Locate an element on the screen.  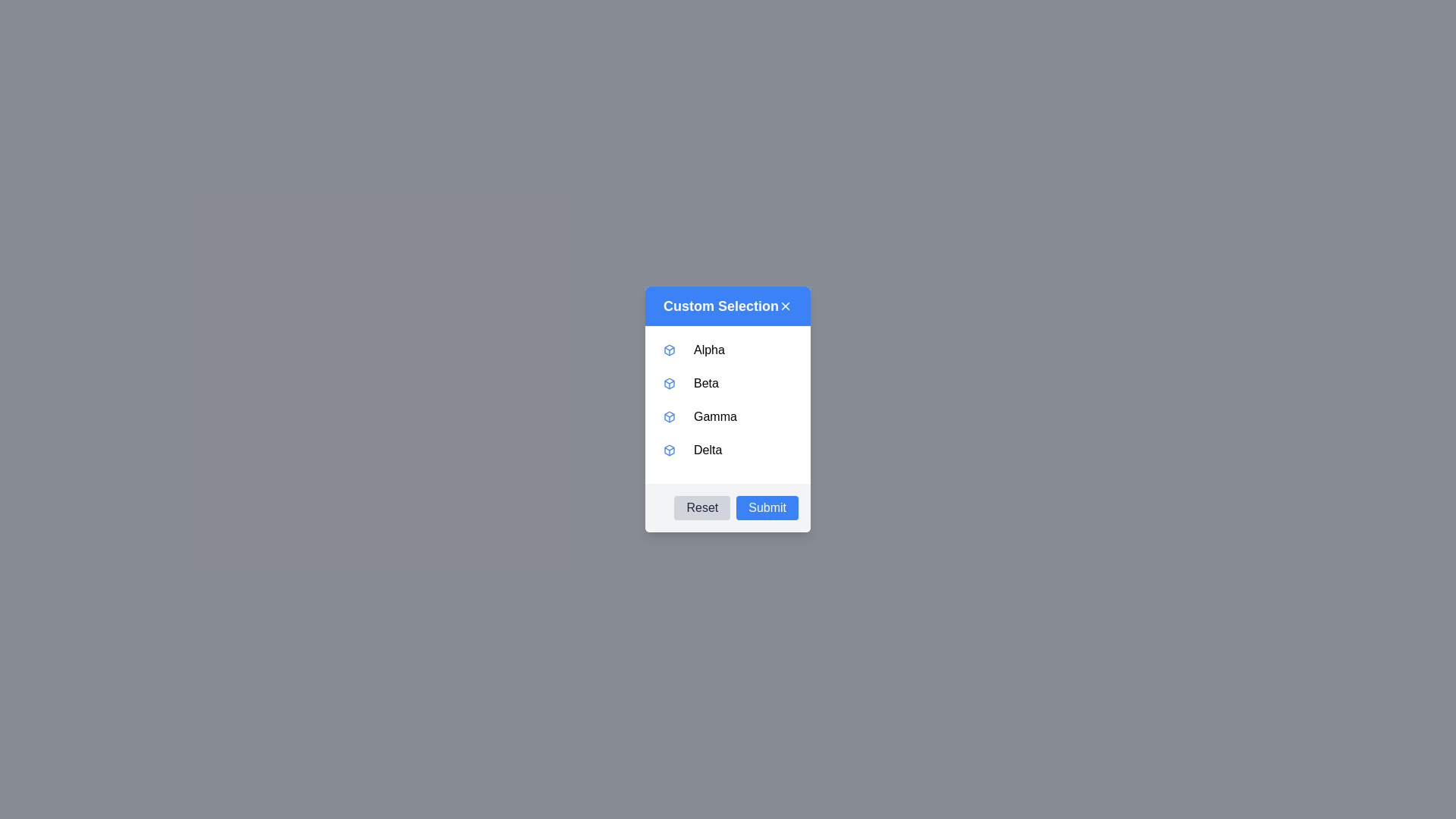
the first row of the vertical list labeled 'Alpha' is located at coordinates (728, 350).